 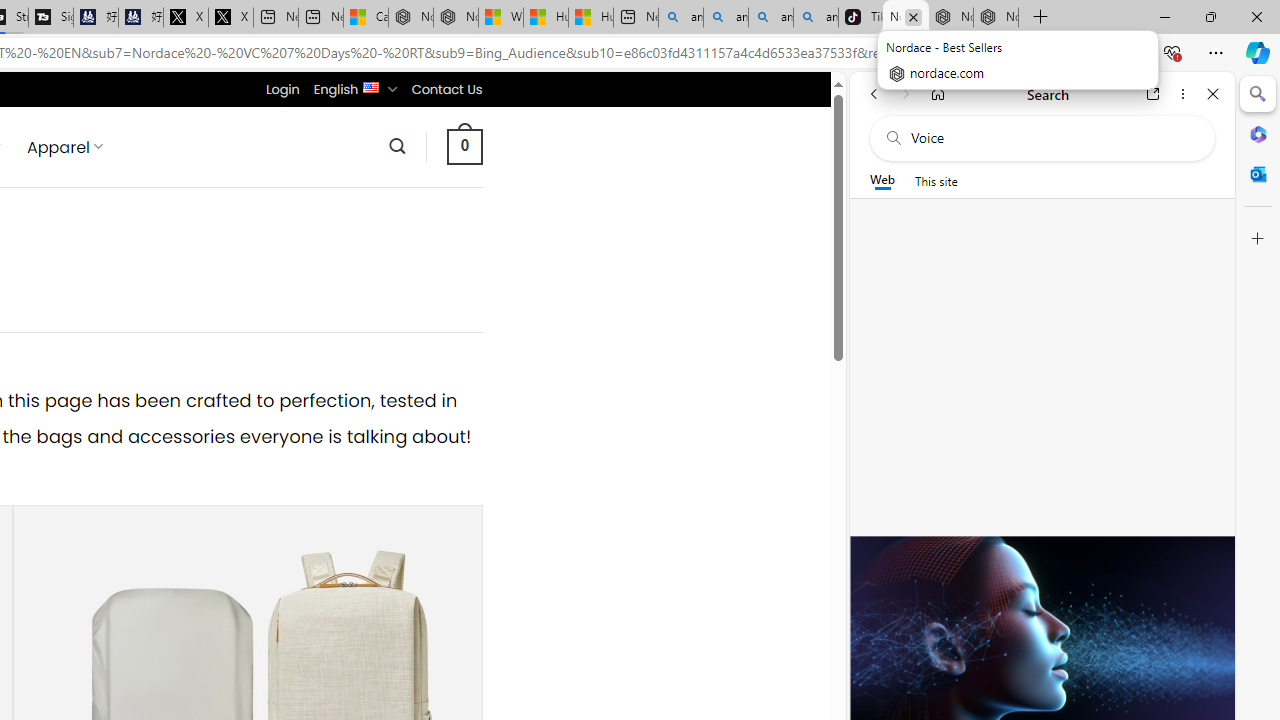 I want to click on 'Contact Us', so click(x=445, y=88).